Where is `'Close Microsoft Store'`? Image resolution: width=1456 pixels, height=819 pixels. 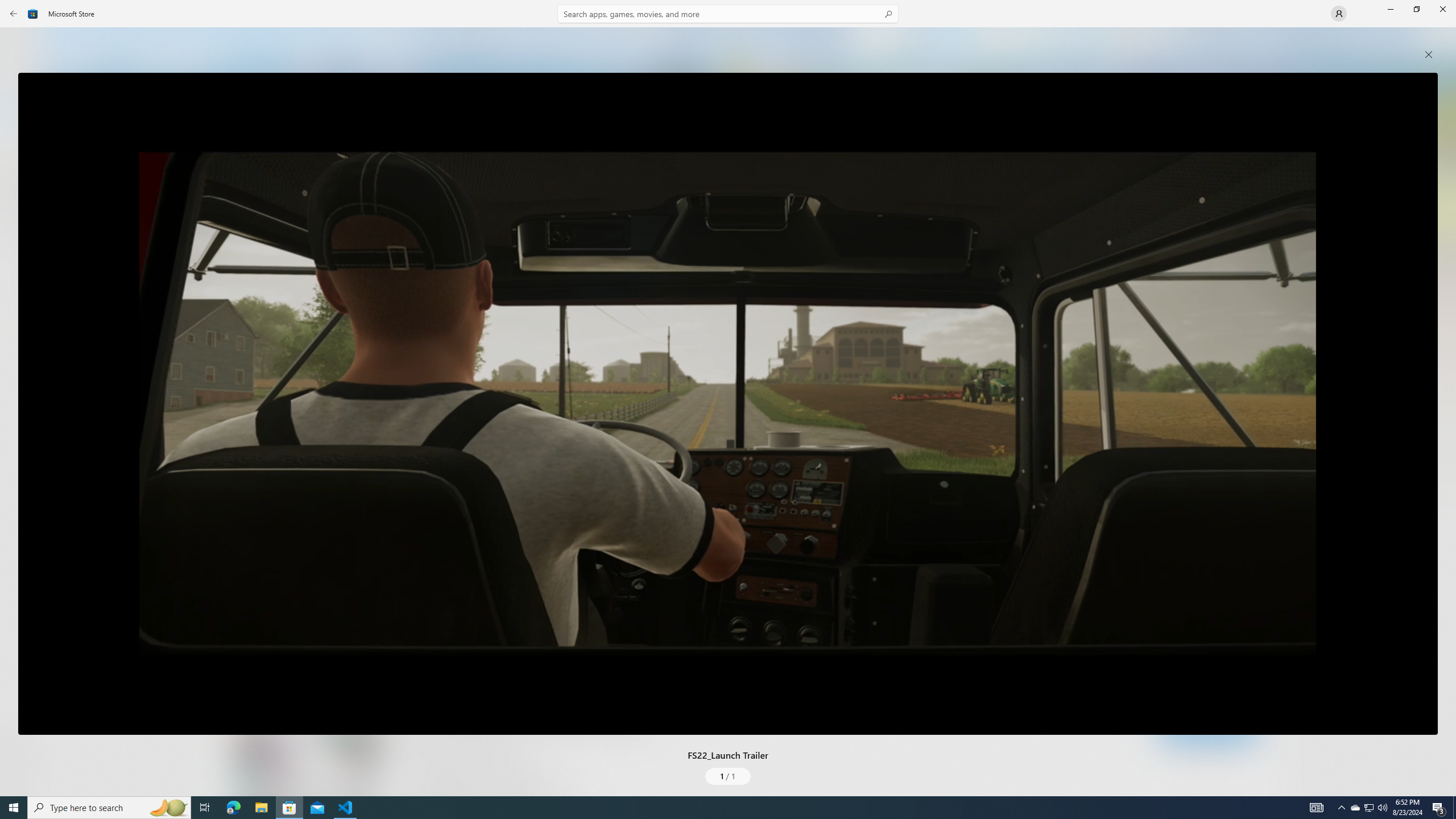 'Close Microsoft Store' is located at coordinates (1442, 9).